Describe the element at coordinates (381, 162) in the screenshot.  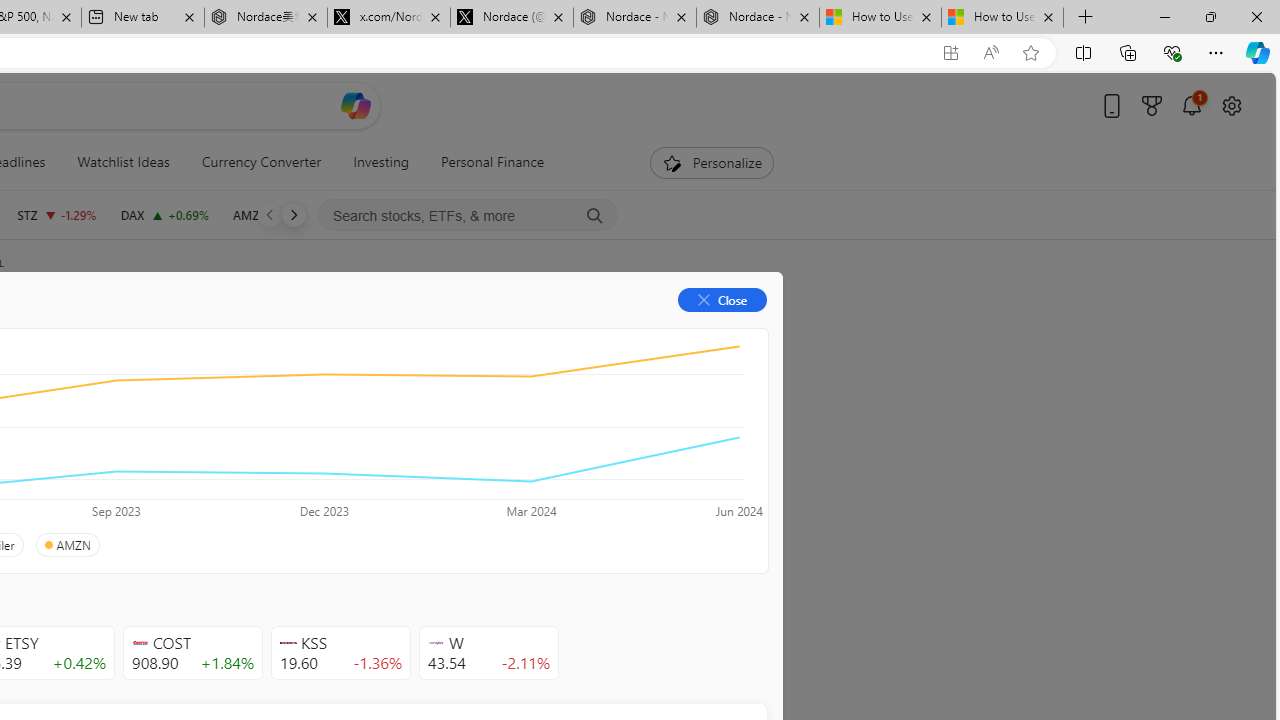
I see `'Investing'` at that location.